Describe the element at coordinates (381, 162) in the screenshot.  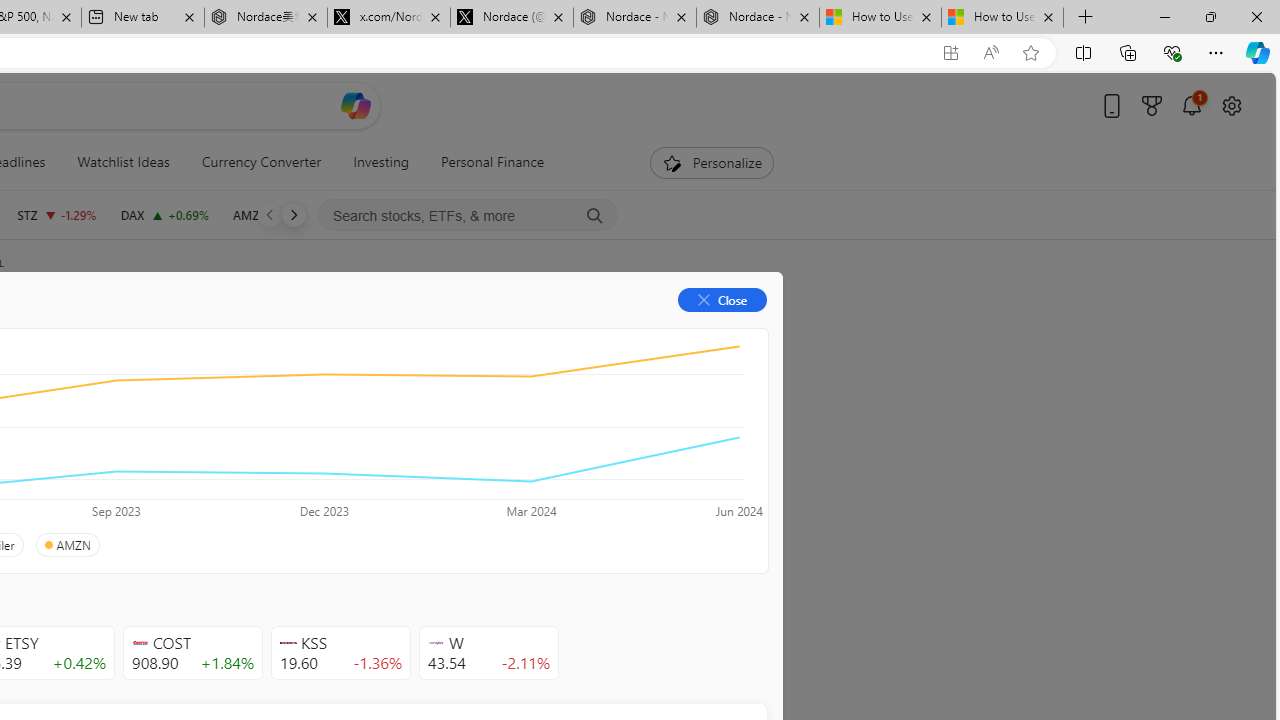
I see `'Investing'` at that location.